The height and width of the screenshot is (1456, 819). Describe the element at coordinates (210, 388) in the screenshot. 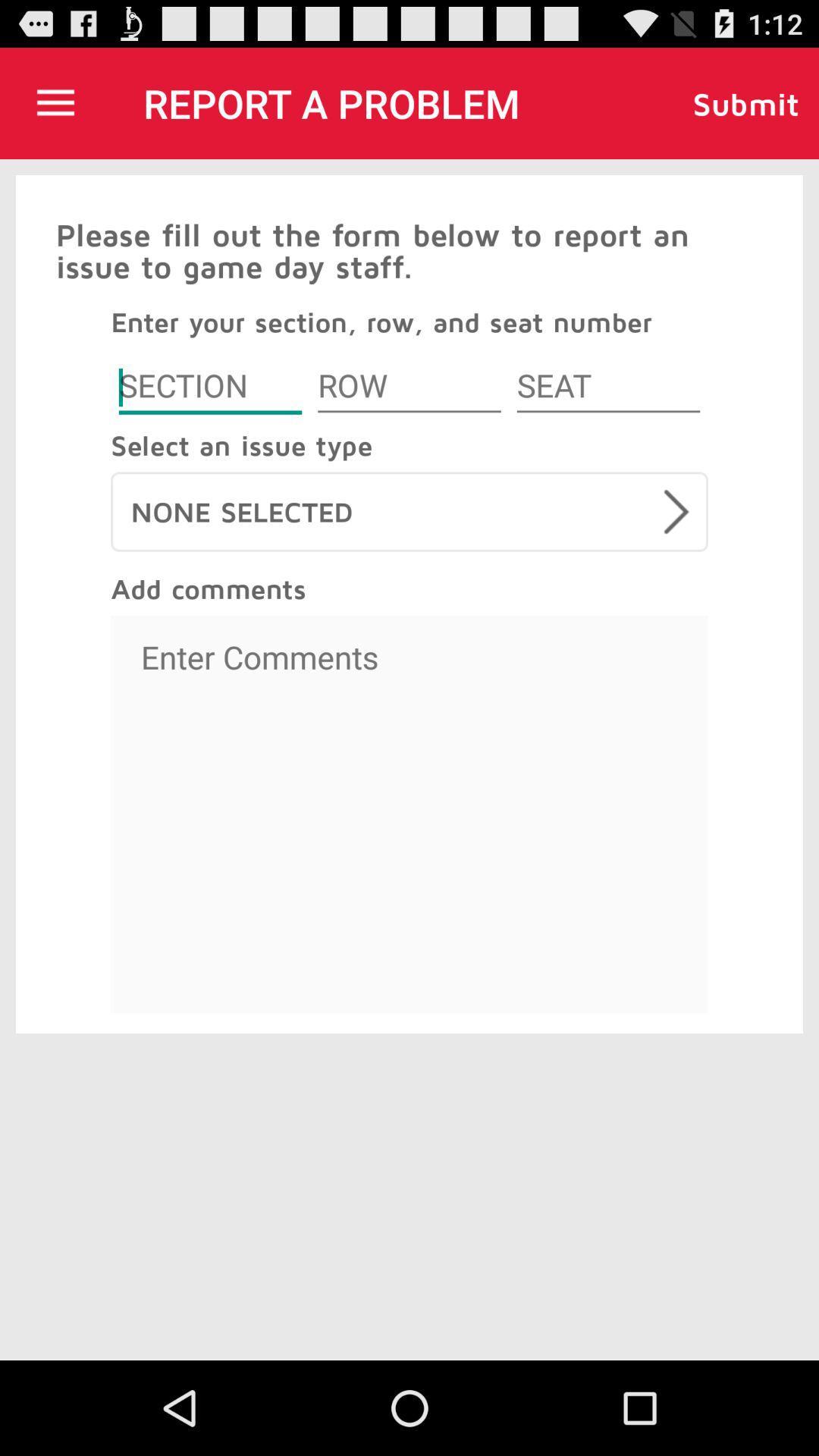

I see `section number` at that location.